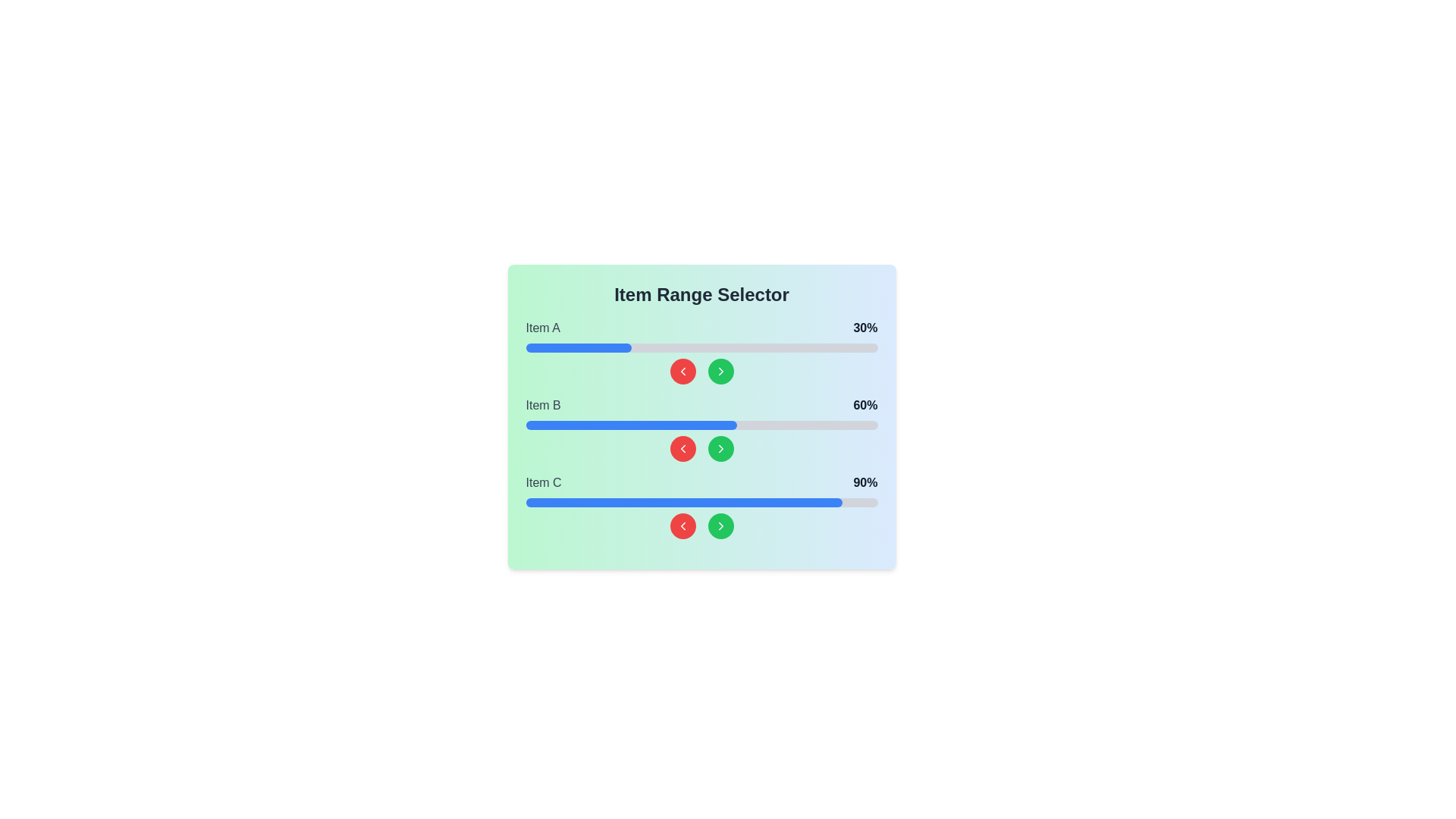 This screenshot has width=1456, height=819. What do you see at coordinates (701, 447) in the screenshot?
I see `over the circular buttons in the Button group with functional controls located below the progress bar associated with 'Item B'` at bounding box center [701, 447].